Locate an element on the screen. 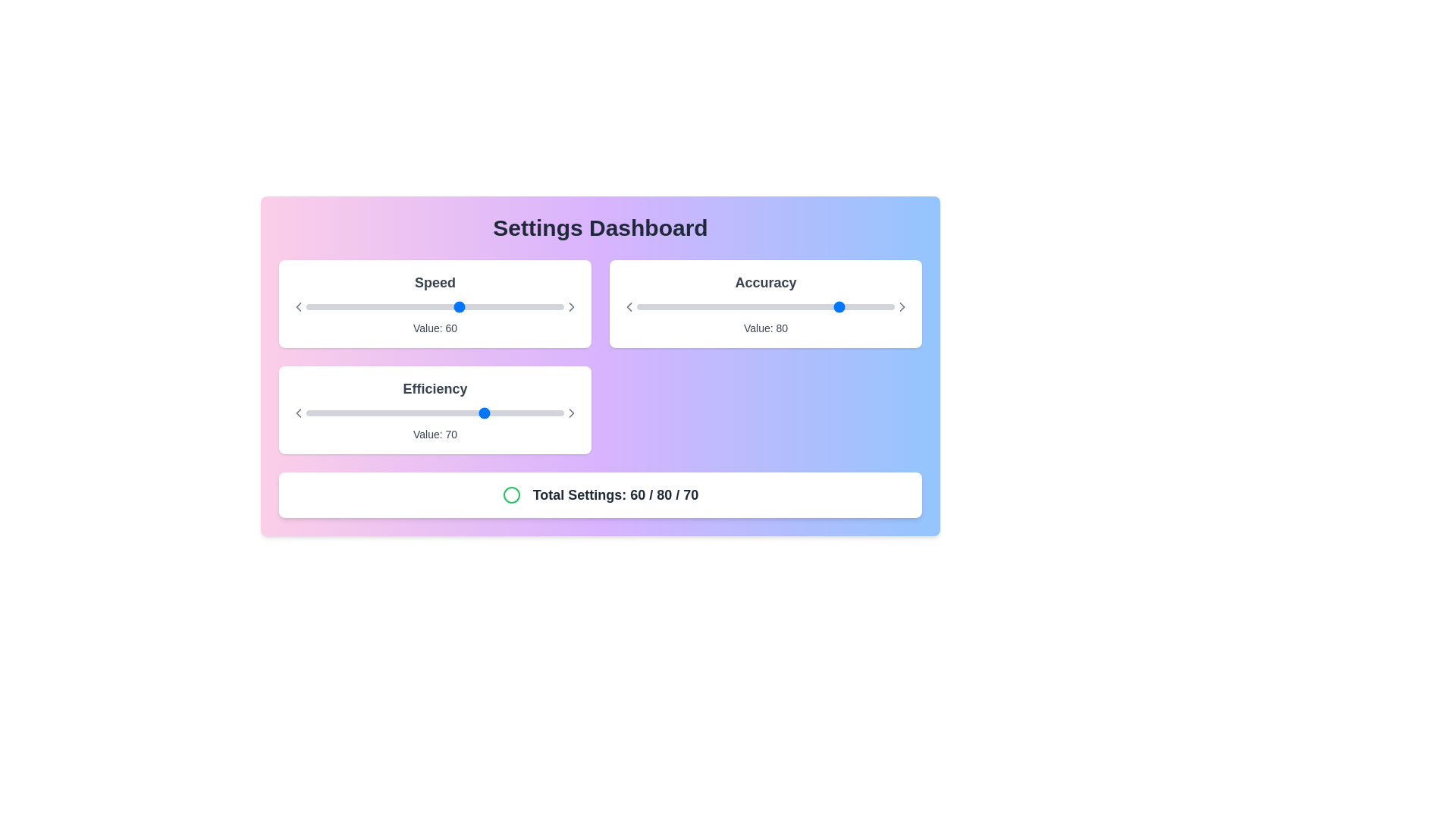  accuracy slider is located at coordinates (869, 307).